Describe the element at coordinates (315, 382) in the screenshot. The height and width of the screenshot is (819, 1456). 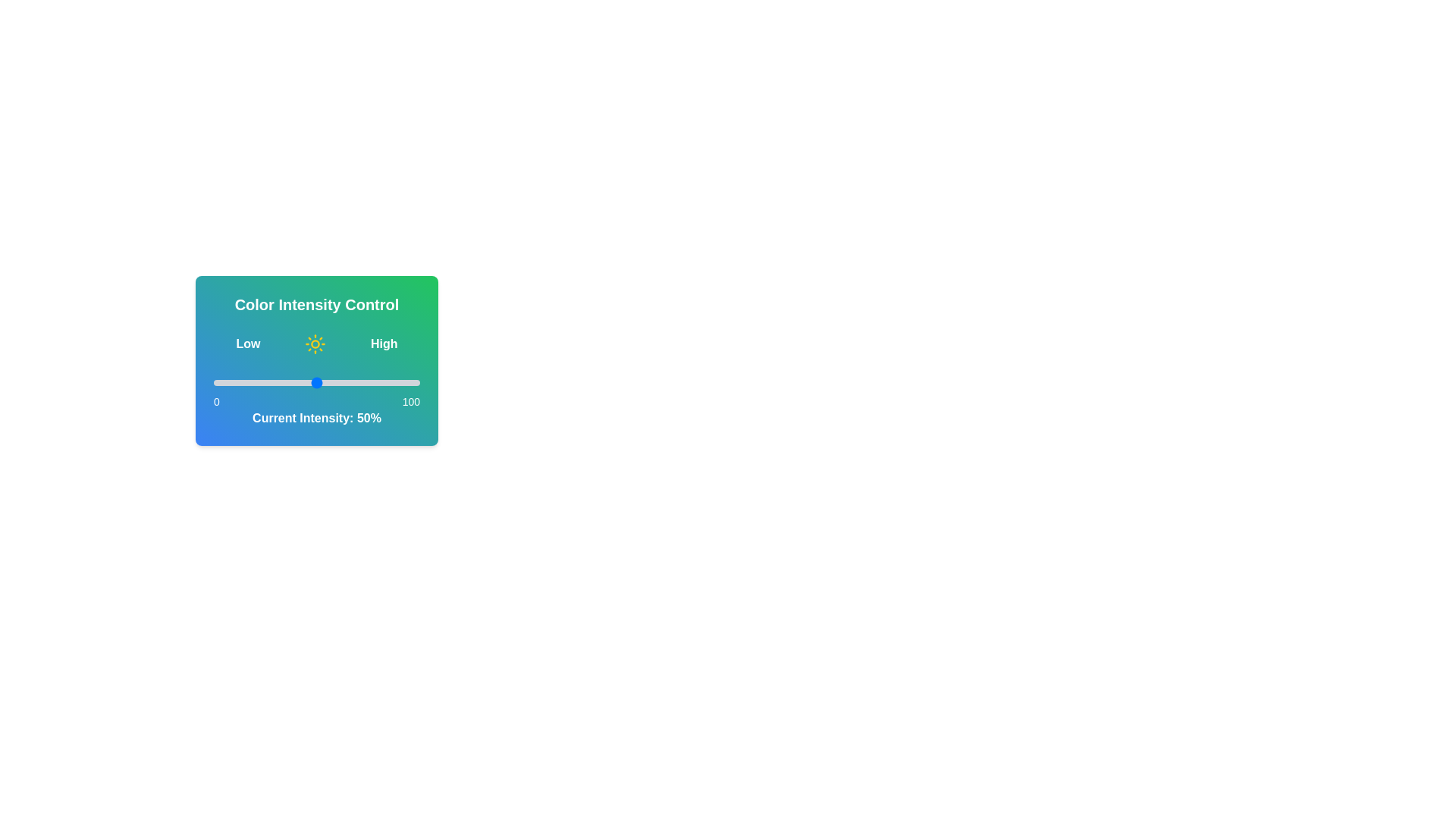
I see `the color intensity` at that location.